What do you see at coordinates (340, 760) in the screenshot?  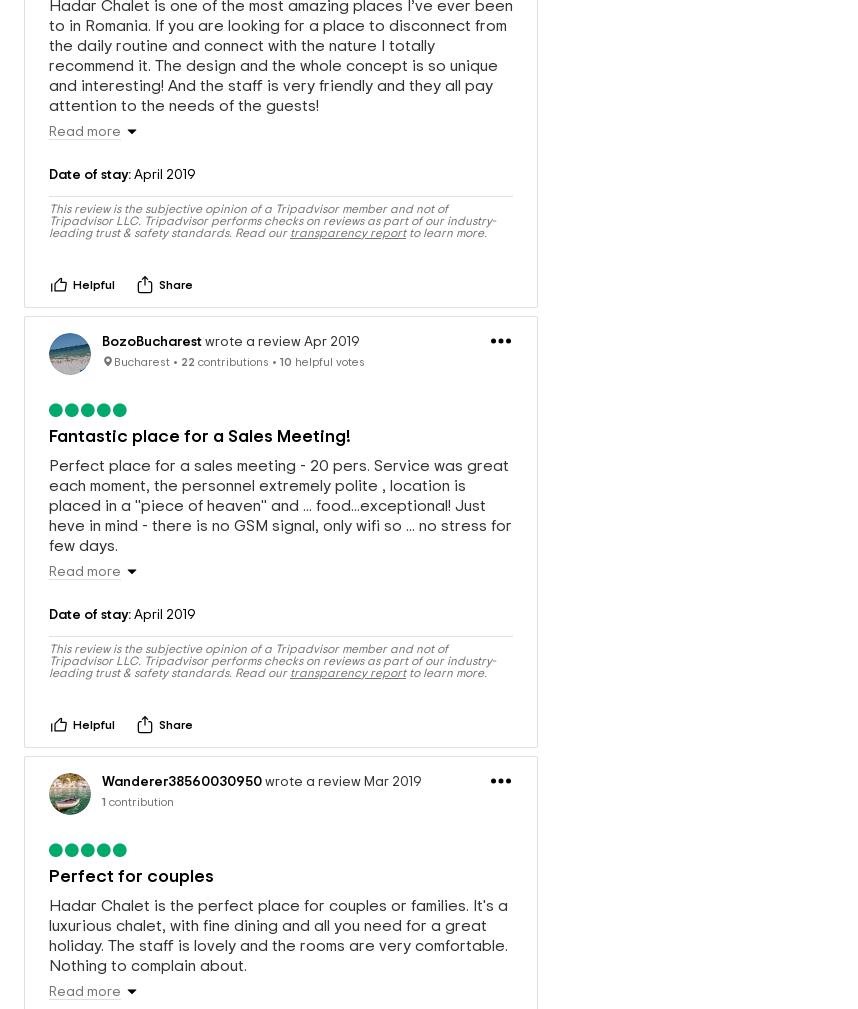 I see `'wrote a review Mar 2019'` at bounding box center [340, 760].